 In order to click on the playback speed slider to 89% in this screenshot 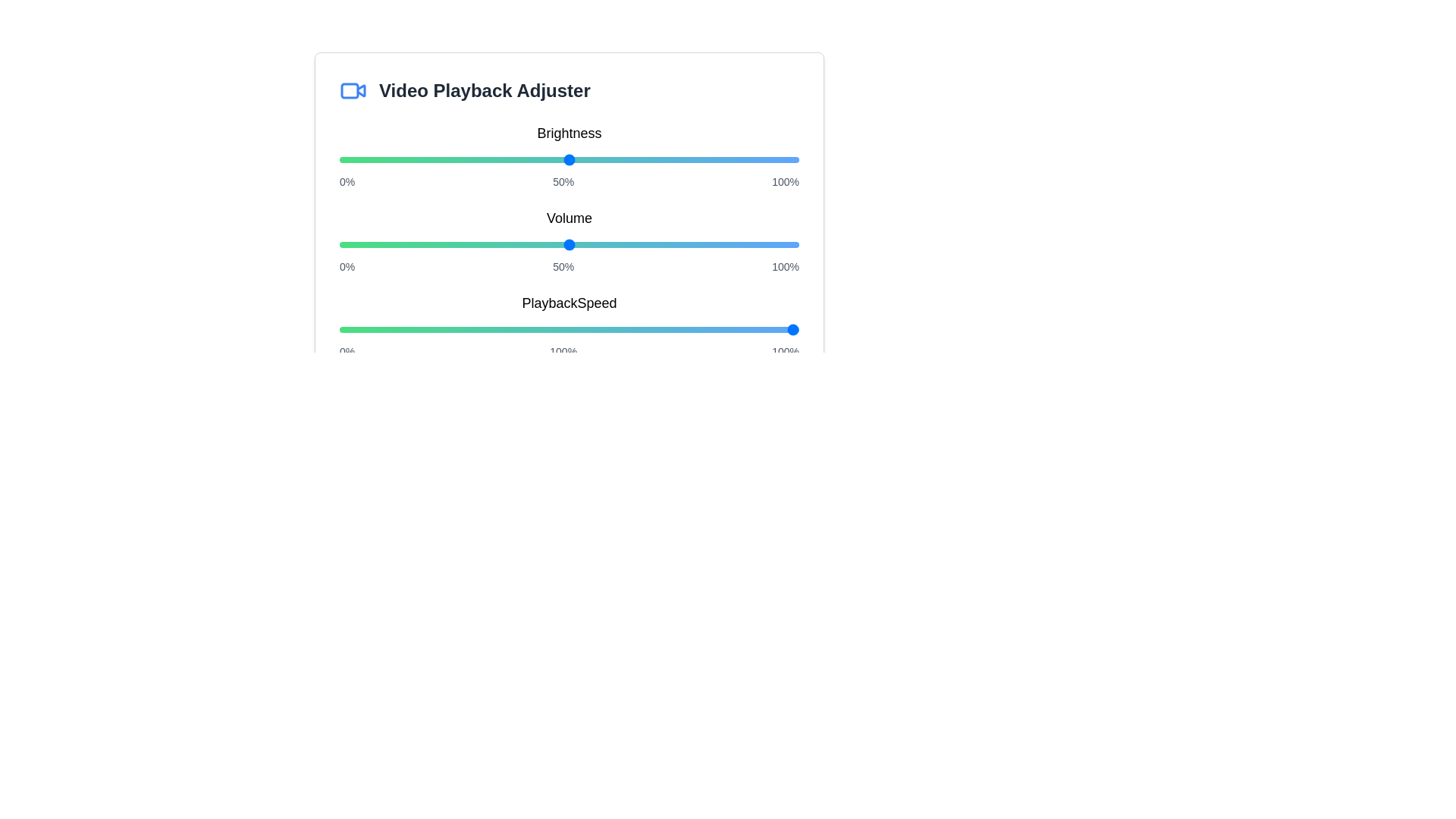, I will do `click(748, 329)`.